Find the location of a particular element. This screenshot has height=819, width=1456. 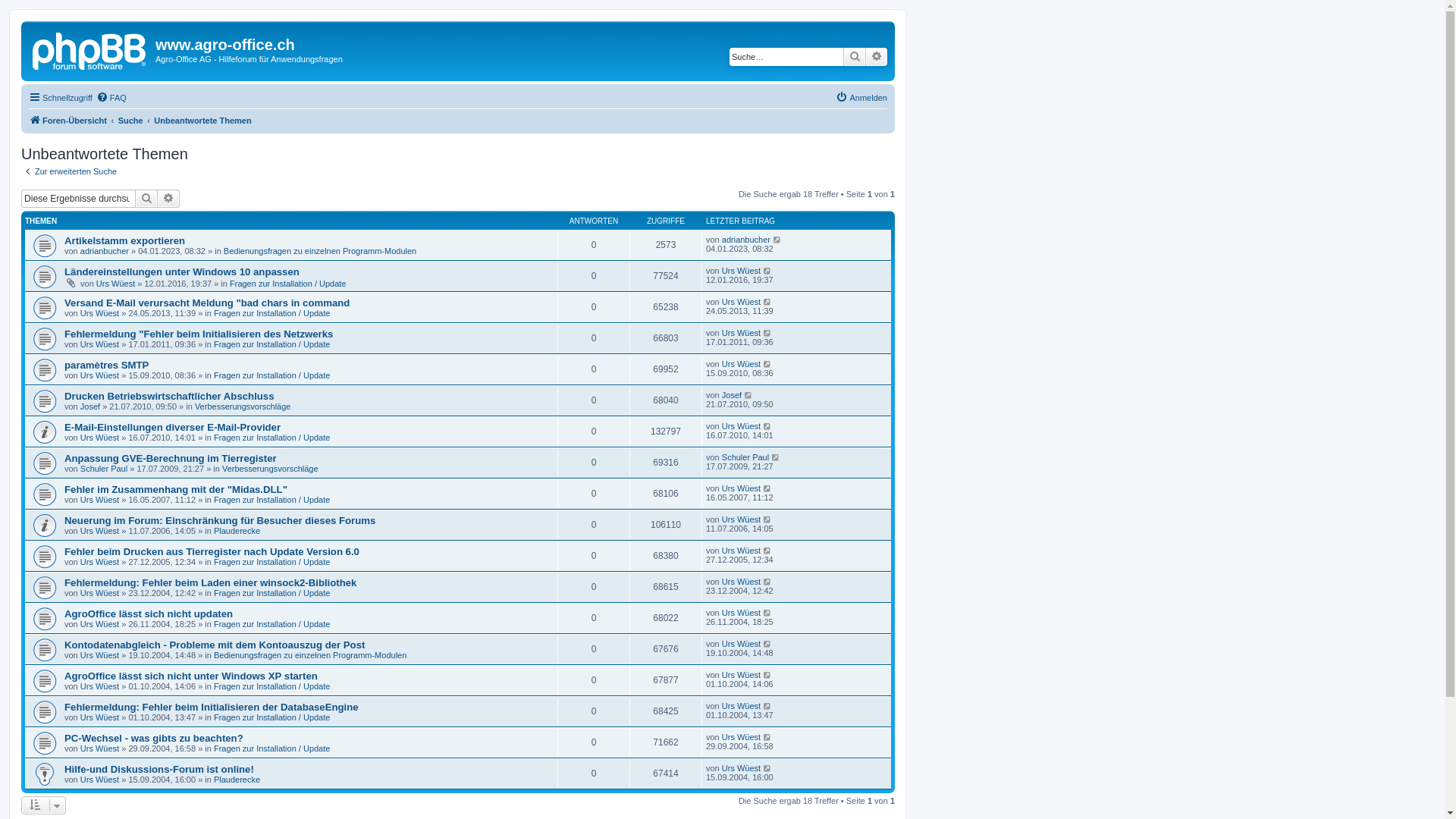

'Versand E-Mail verursacht Meldung "bad chars in command' is located at coordinates (206, 303).